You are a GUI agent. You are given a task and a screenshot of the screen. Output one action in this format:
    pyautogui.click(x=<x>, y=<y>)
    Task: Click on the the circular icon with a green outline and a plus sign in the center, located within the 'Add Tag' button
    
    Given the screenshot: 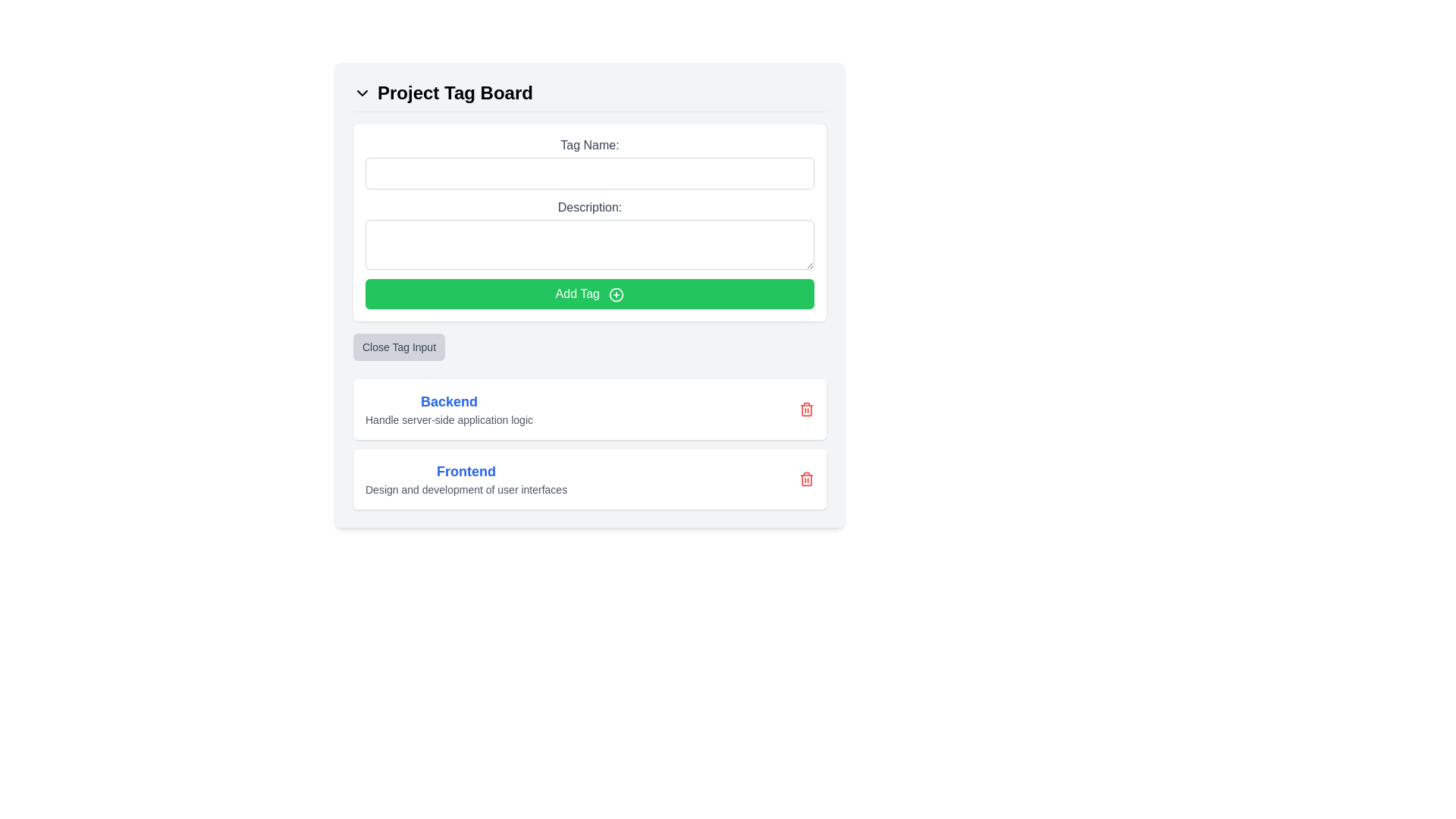 What is the action you would take?
    pyautogui.click(x=617, y=294)
    